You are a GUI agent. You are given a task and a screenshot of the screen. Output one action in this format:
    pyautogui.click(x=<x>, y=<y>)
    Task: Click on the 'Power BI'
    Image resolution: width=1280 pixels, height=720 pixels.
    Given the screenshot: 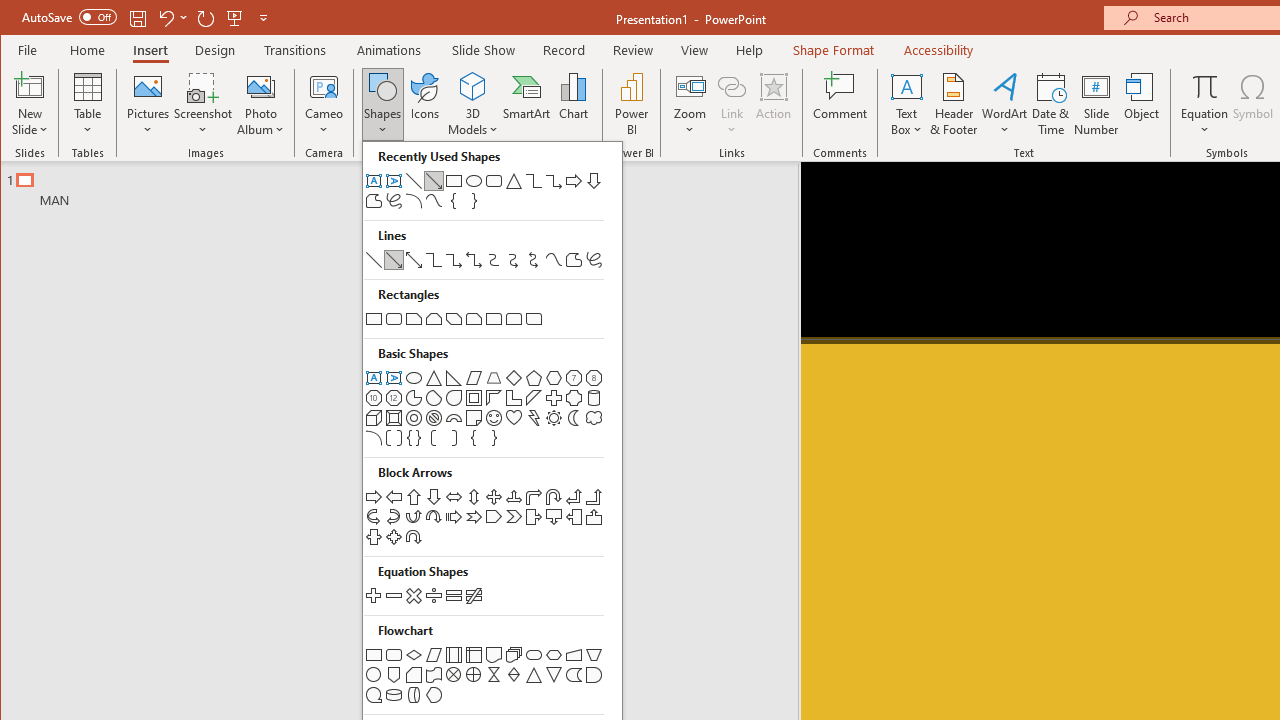 What is the action you would take?
    pyautogui.click(x=630, y=104)
    